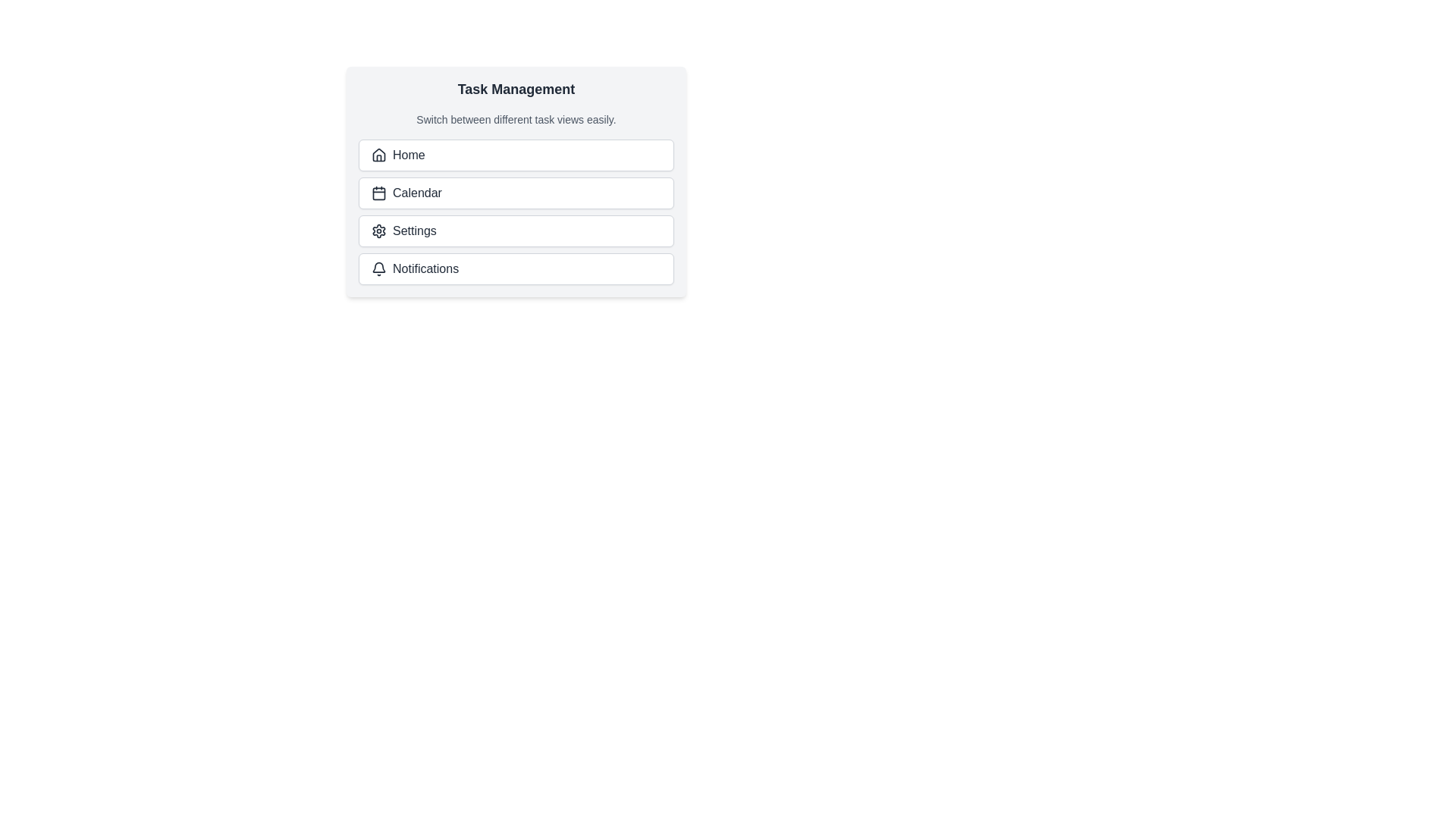  I want to click on the minimalist bell icon notification indicator, which is located on the left side of the 'Notifications' button, so click(378, 268).